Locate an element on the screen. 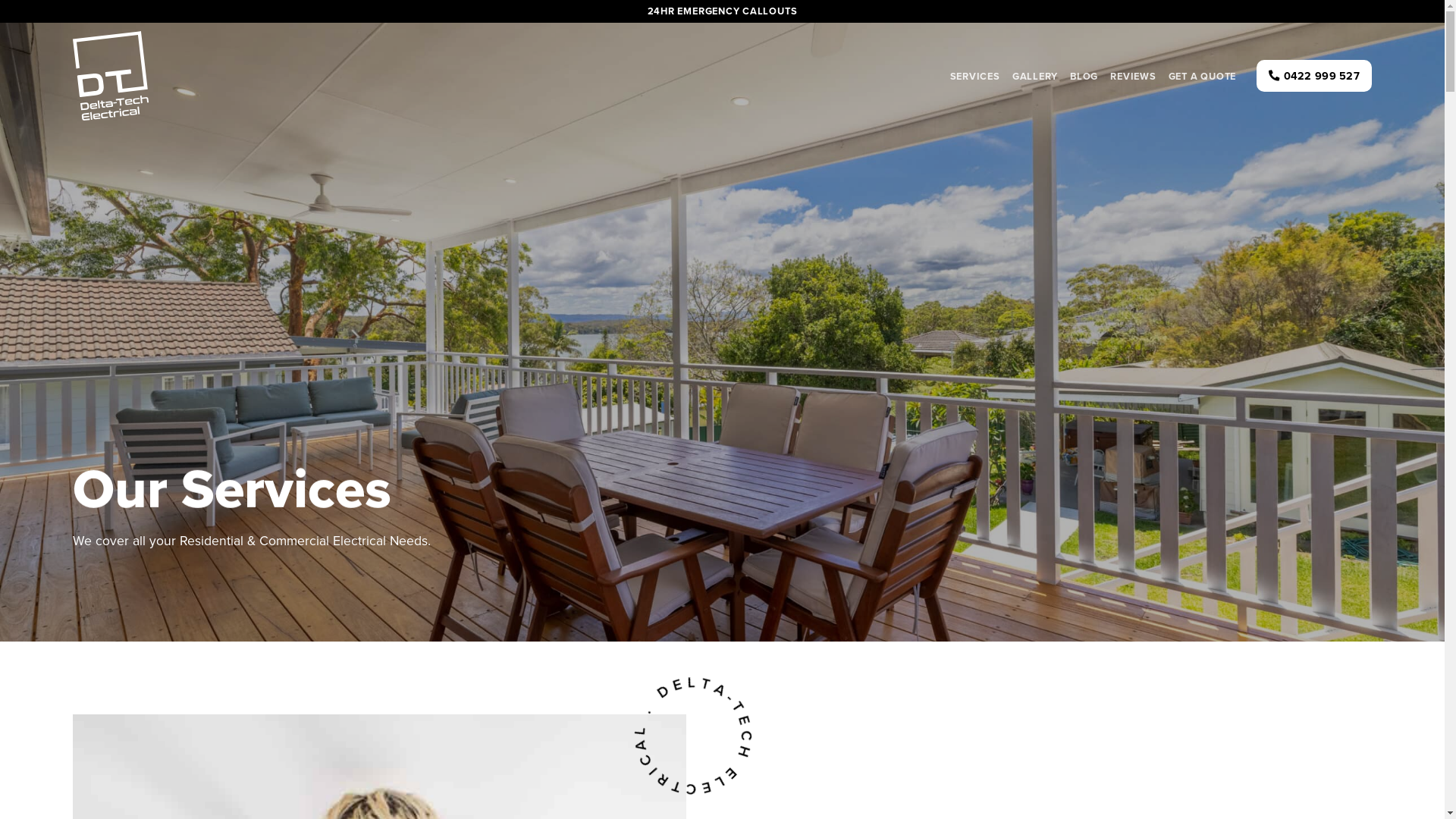  'SERVICES' is located at coordinates (975, 75).